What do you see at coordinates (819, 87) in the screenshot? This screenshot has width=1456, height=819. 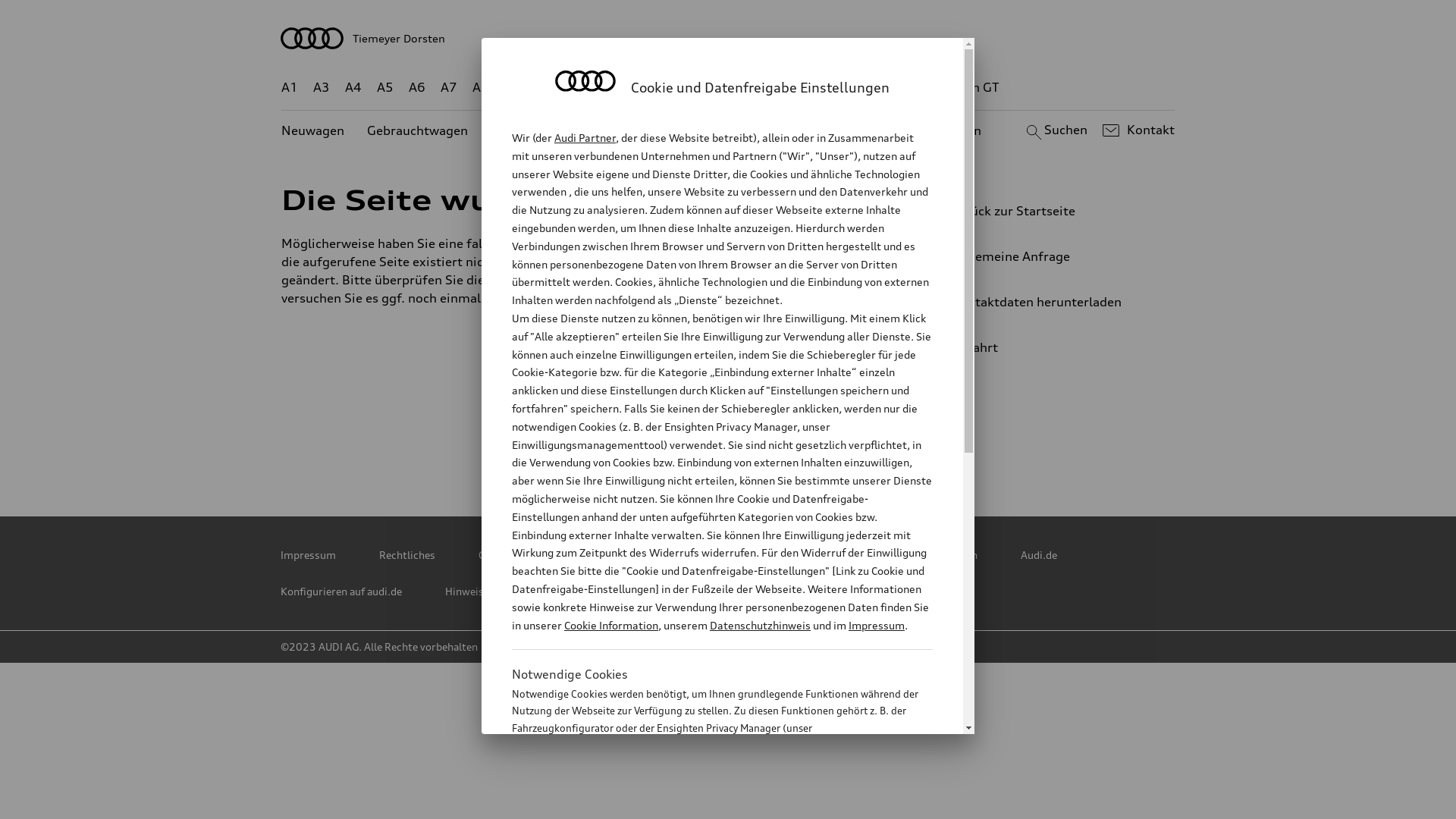 I see `'TT'` at bounding box center [819, 87].